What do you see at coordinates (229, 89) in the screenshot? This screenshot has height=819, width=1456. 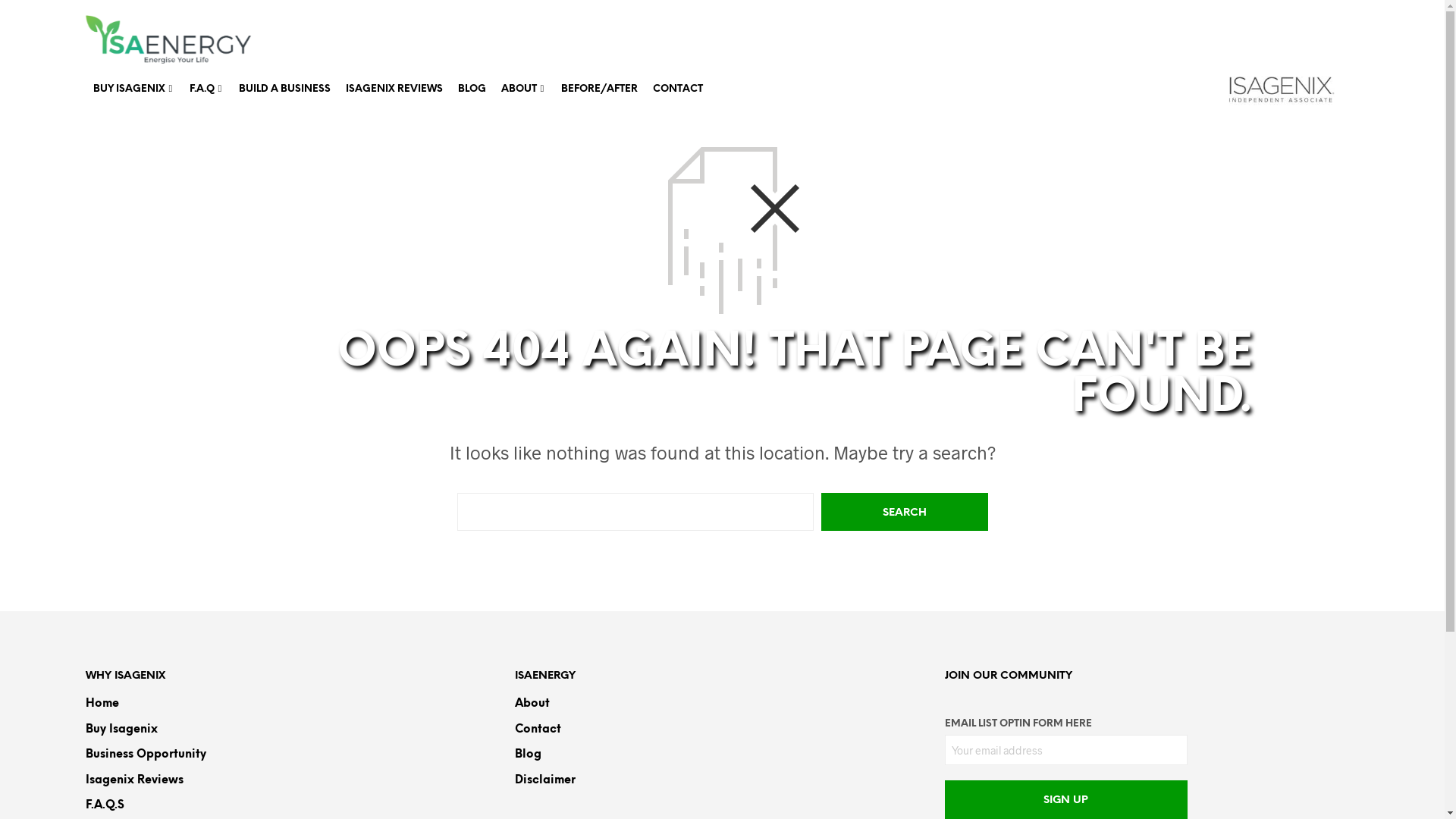 I see `'BUILD A BUSINESS'` at bounding box center [229, 89].